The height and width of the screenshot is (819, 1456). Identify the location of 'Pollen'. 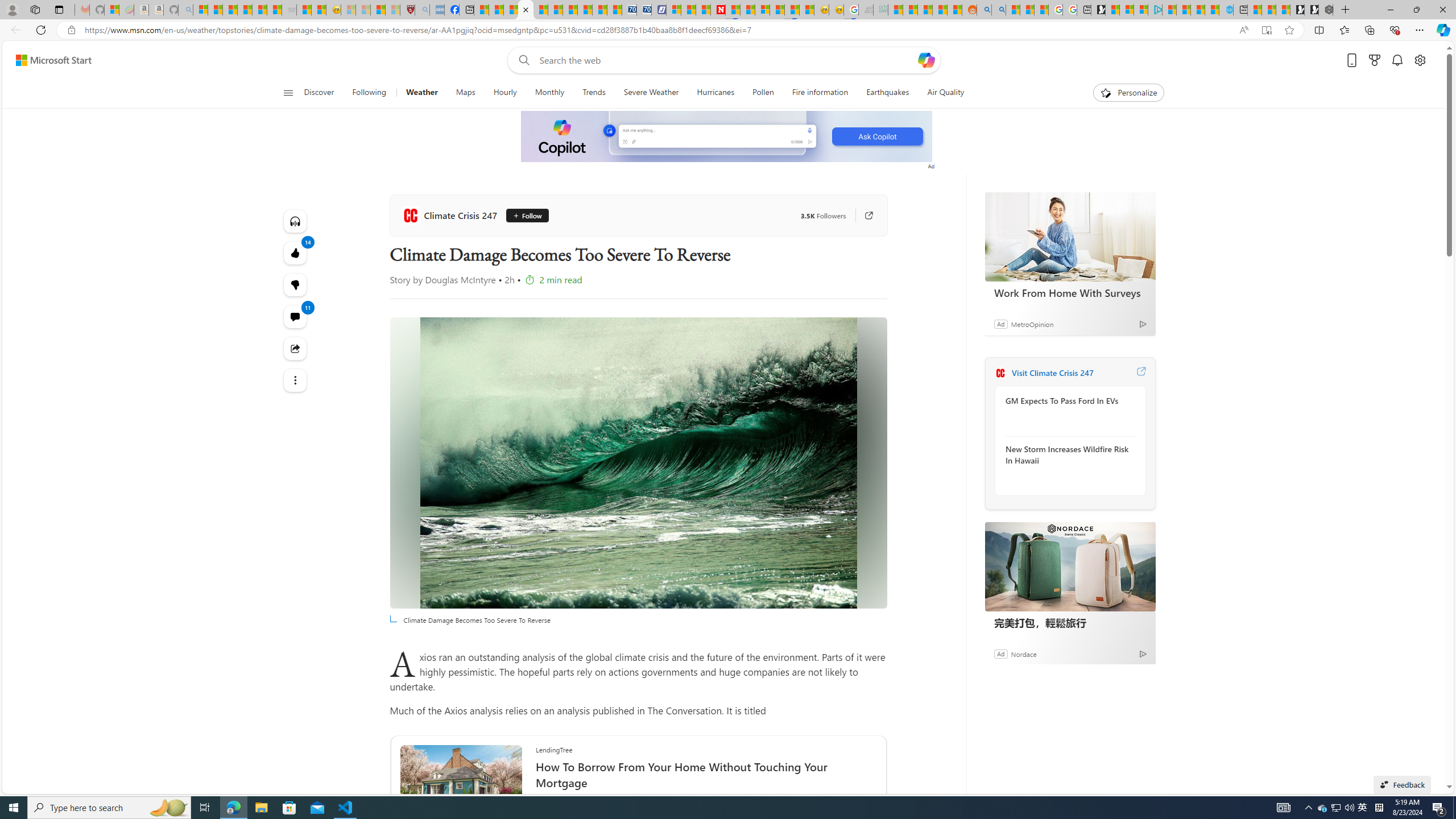
(763, 92).